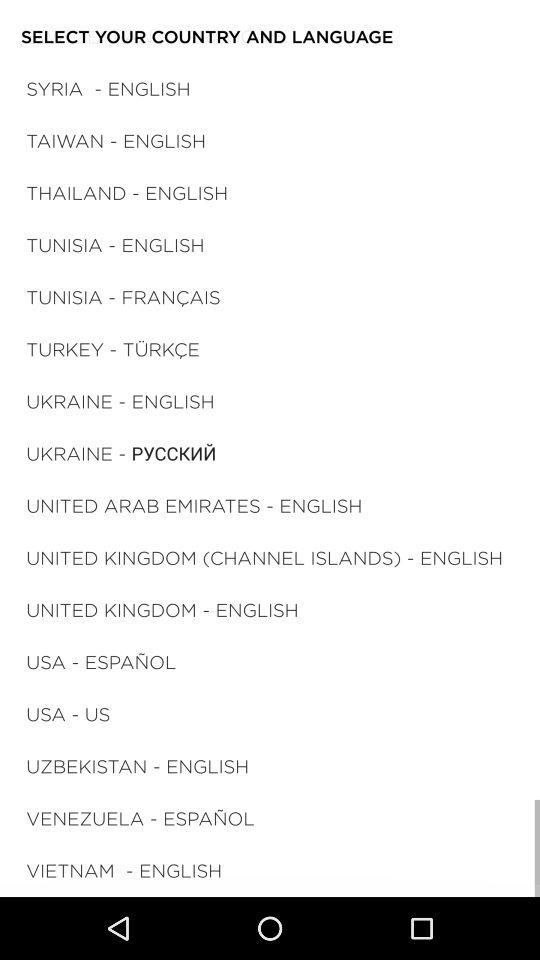  What do you see at coordinates (139, 818) in the screenshot?
I see `the item above vietnam  - english icon` at bounding box center [139, 818].